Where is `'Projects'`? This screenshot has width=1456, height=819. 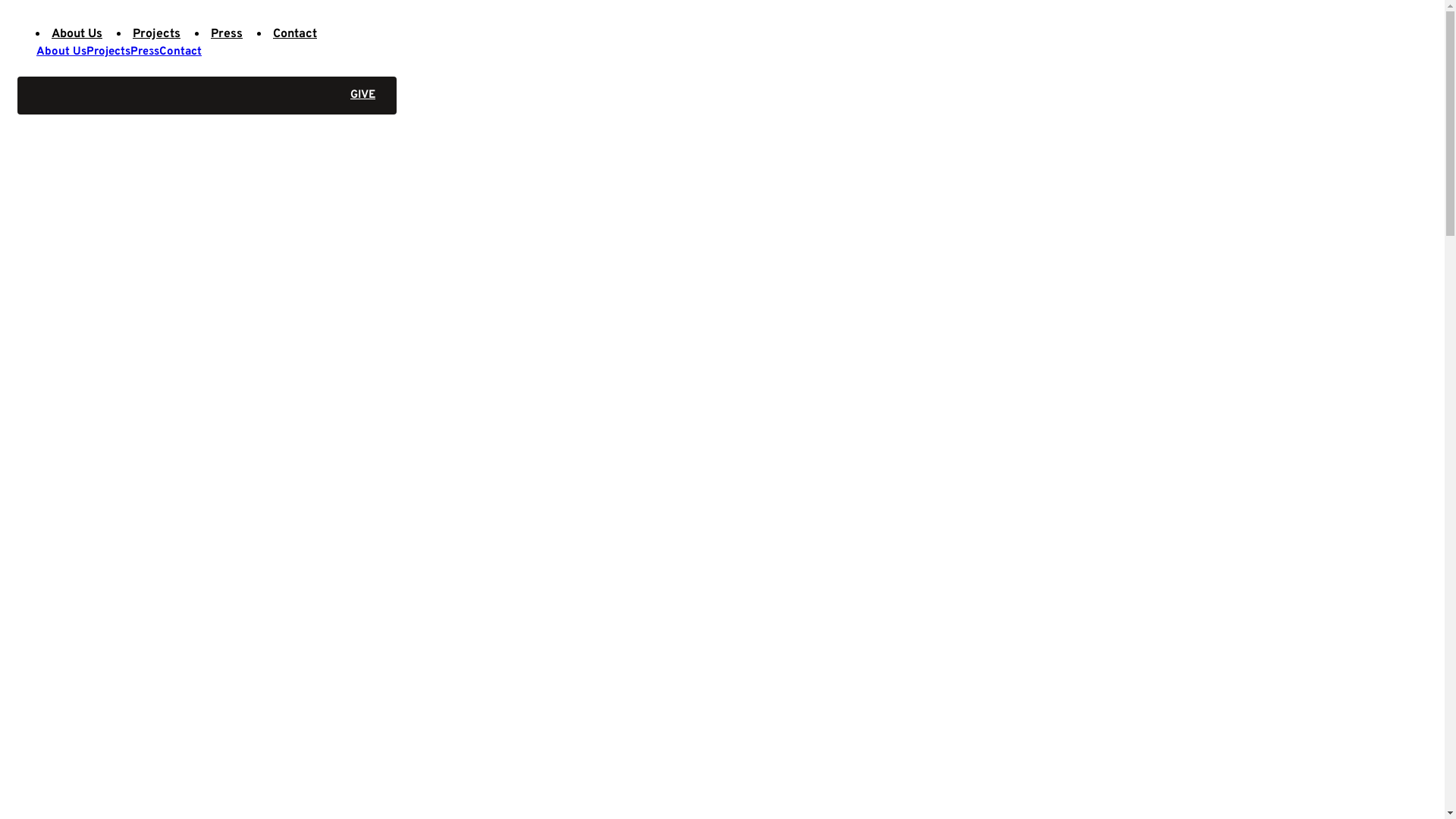 'Projects' is located at coordinates (156, 34).